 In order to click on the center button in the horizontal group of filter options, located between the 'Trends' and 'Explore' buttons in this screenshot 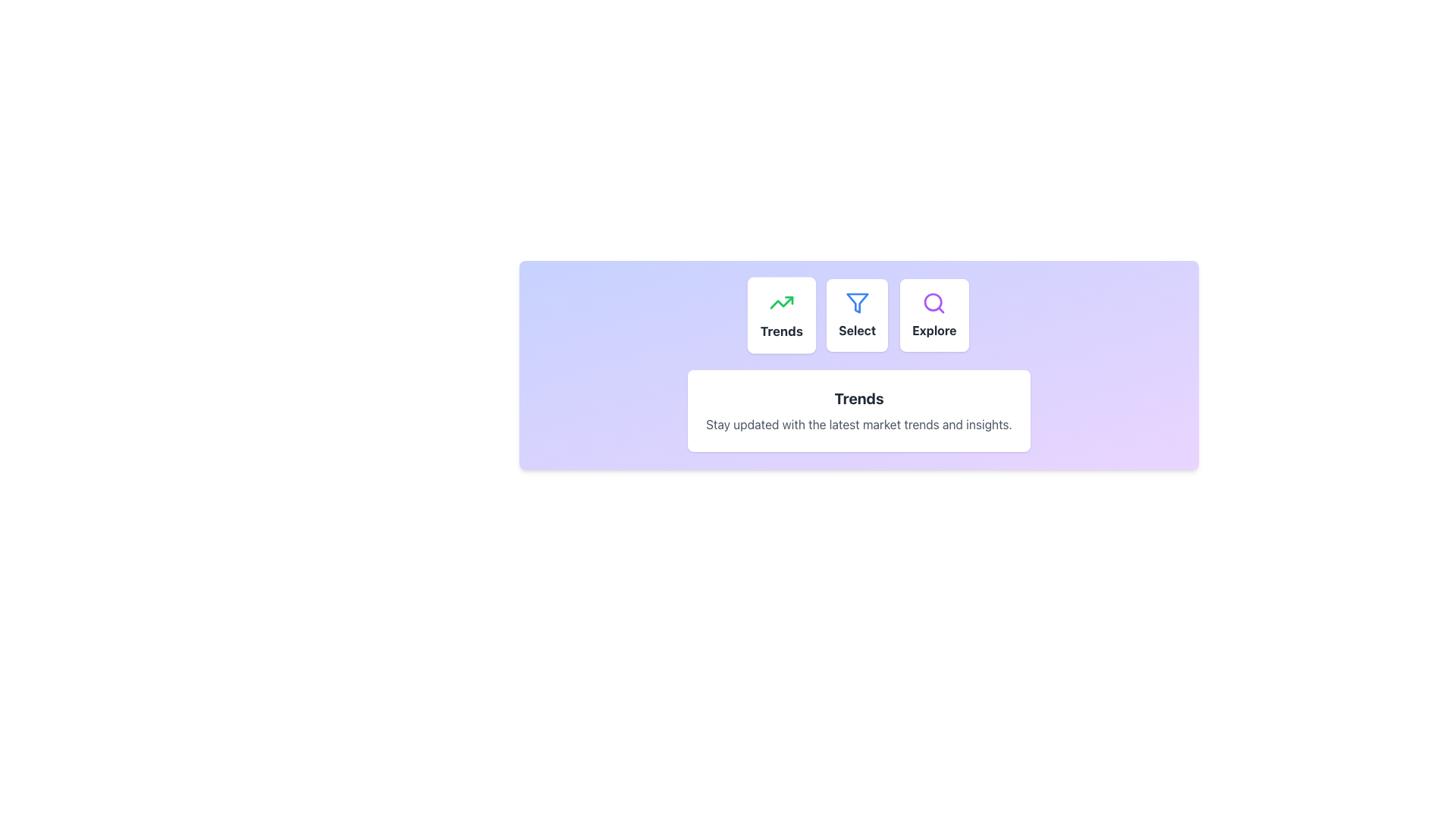, I will do `click(857, 315)`.